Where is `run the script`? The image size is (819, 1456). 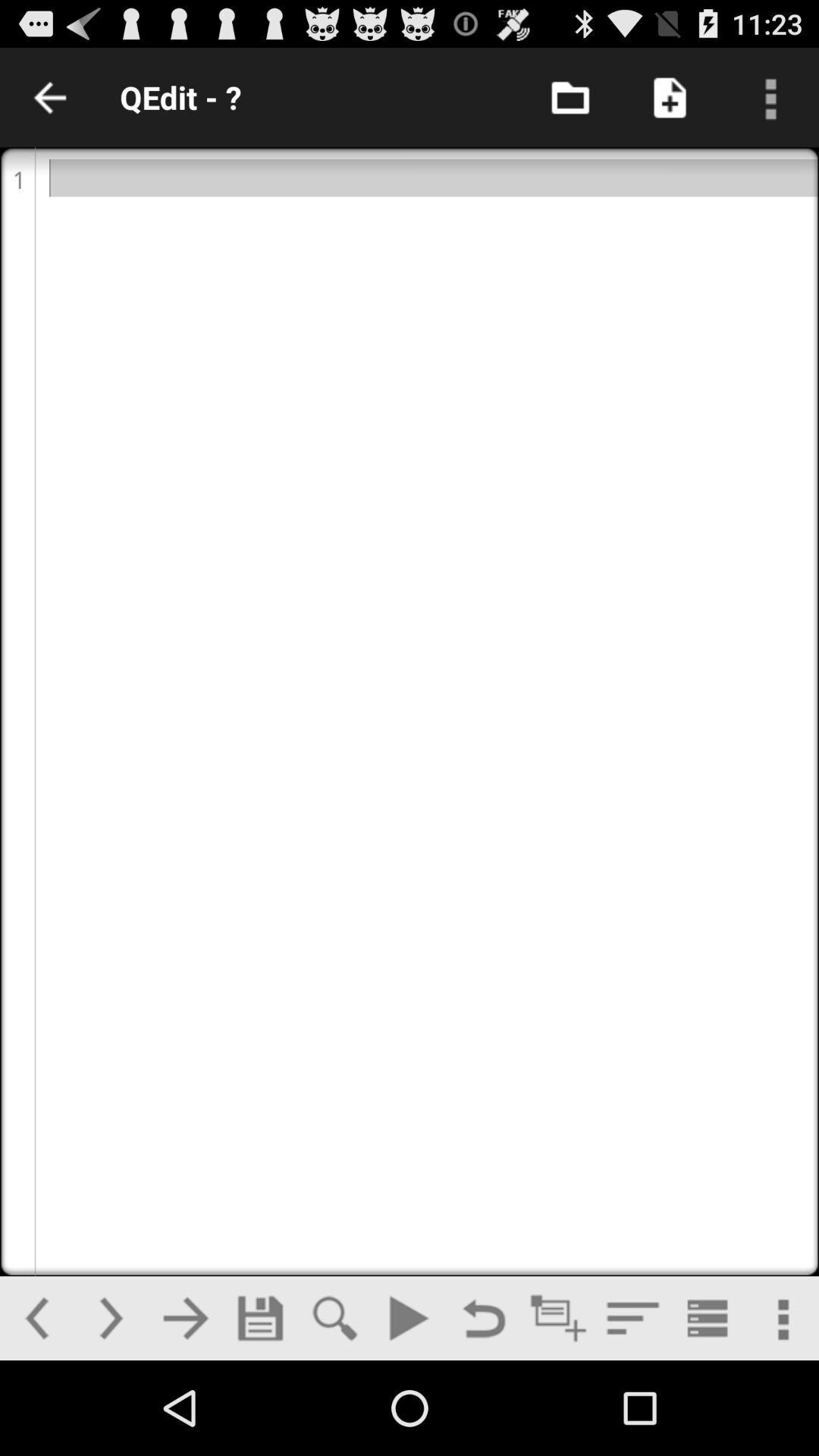
run the script is located at coordinates (408, 1317).